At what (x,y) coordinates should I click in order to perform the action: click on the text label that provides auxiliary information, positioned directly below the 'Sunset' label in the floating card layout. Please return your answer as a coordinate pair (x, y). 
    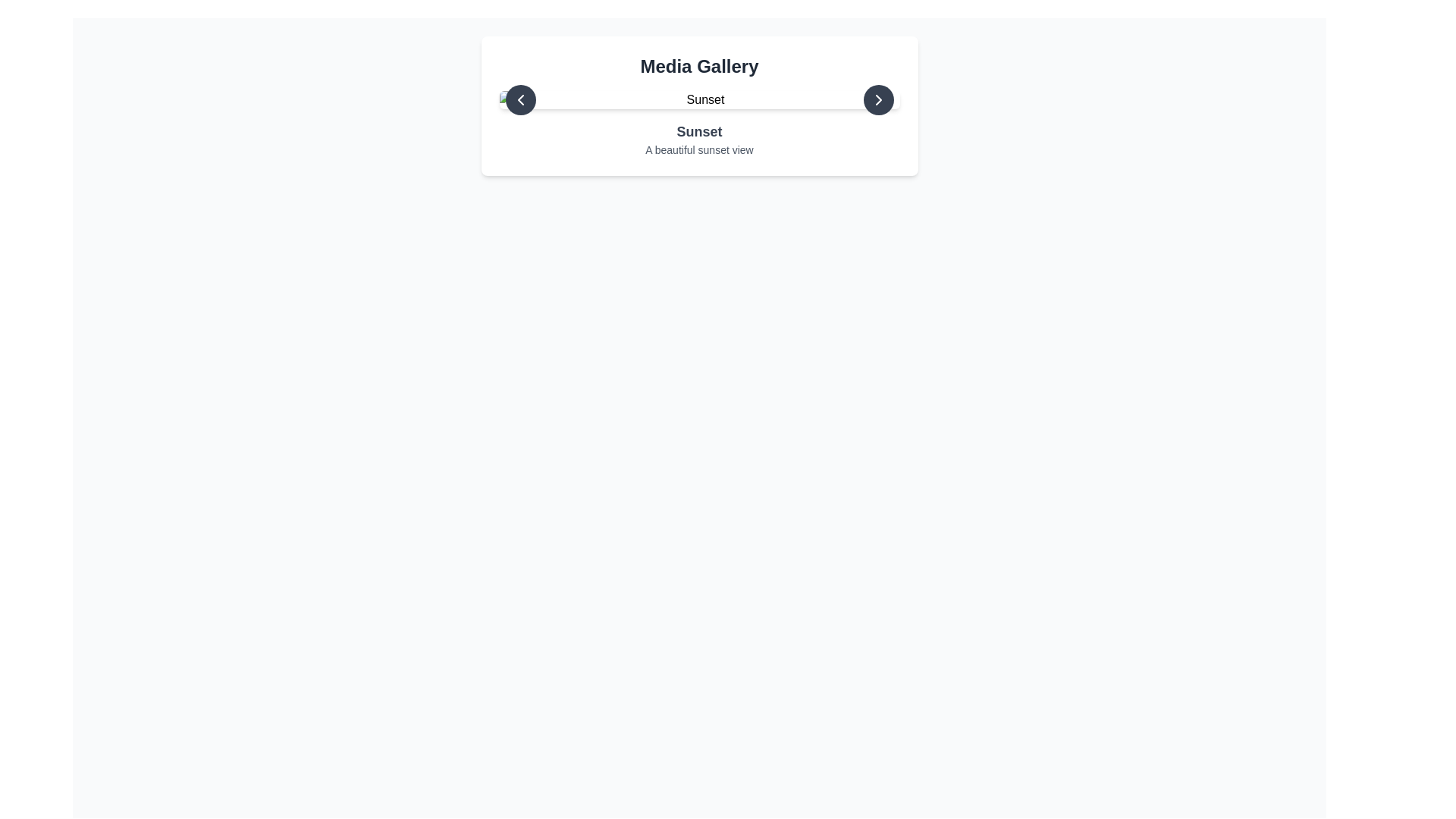
    Looking at the image, I should click on (698, 149).